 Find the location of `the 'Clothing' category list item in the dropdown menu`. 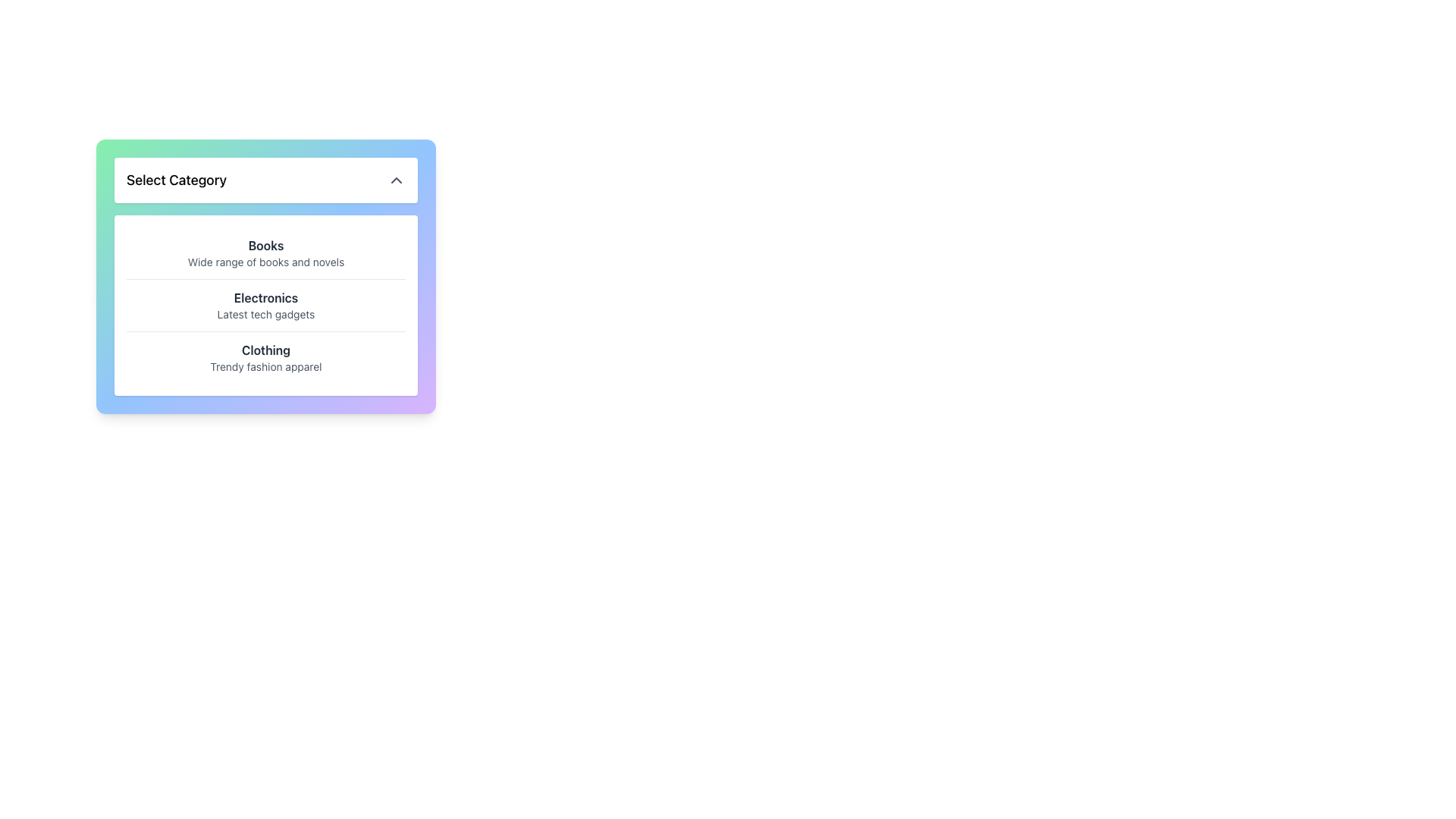

the 'Clothing' category list item in the dropdown menu is located at coordinates (265, 357).